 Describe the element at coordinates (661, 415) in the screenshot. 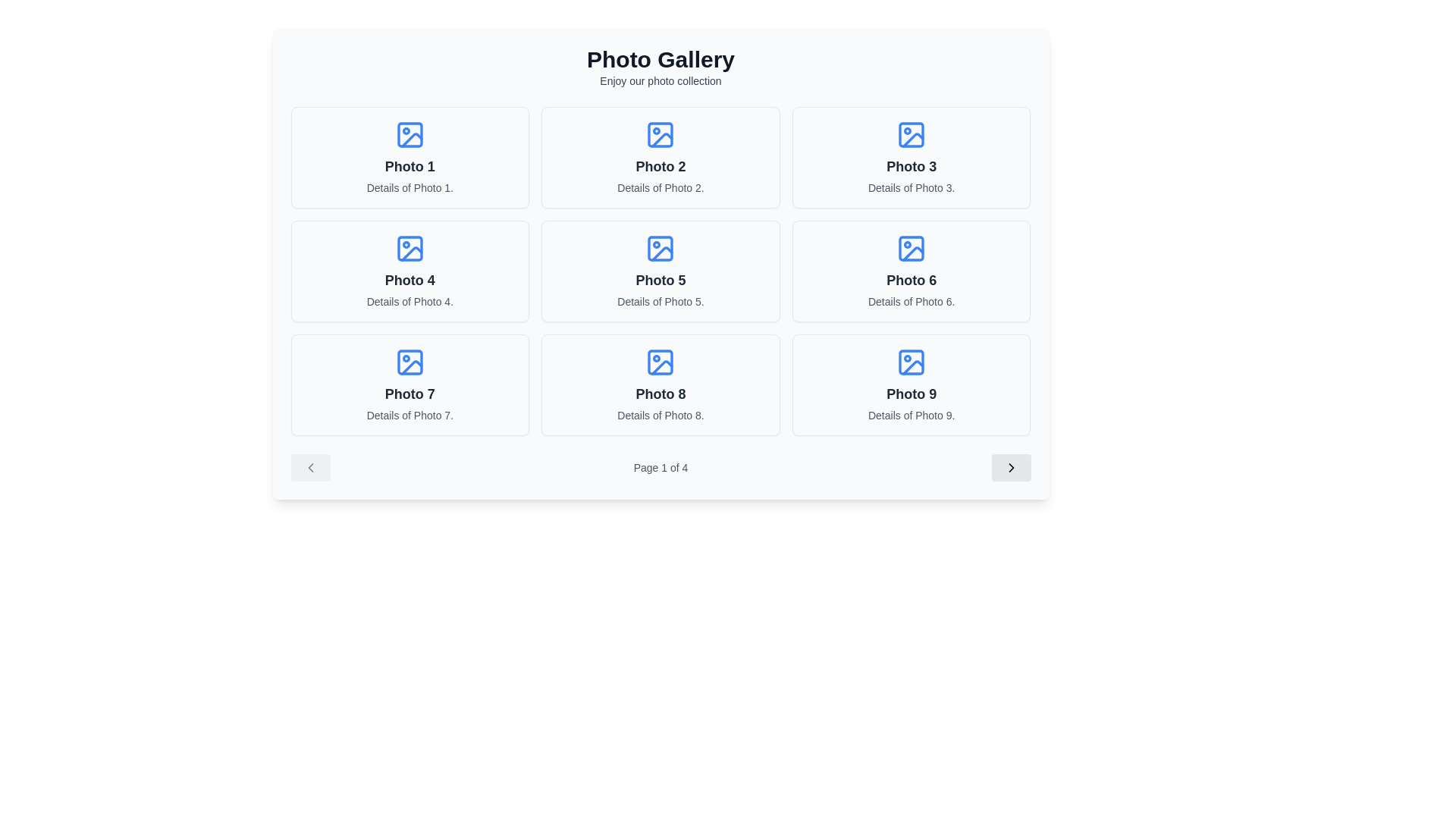

I see `text label located underneath the bold header 'Photo 8' within the card associated with 'Photo 8' for additional information` at that location.